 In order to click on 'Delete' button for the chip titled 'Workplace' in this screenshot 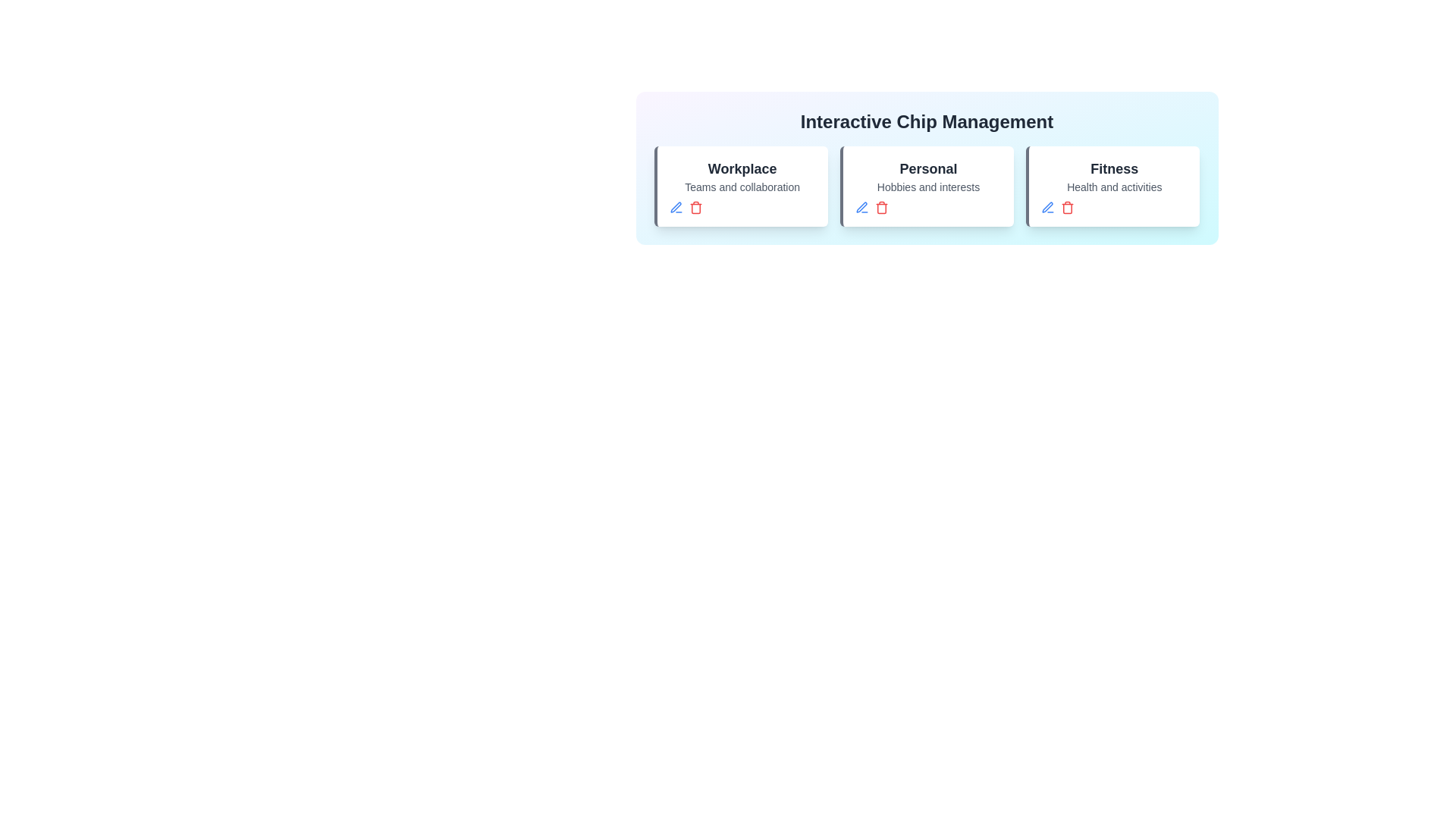, I will do `click(695, 207)`.